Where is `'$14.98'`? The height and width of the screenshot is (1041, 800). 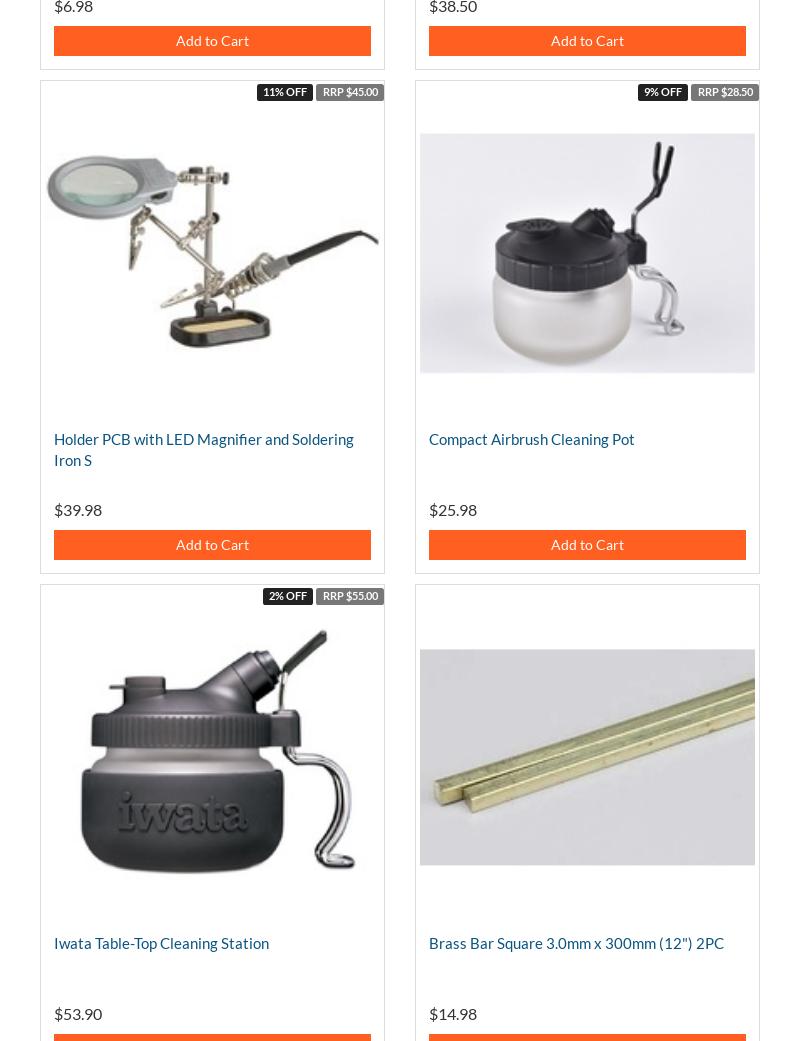 '$14.98' is located at coordinates (429, 1012).